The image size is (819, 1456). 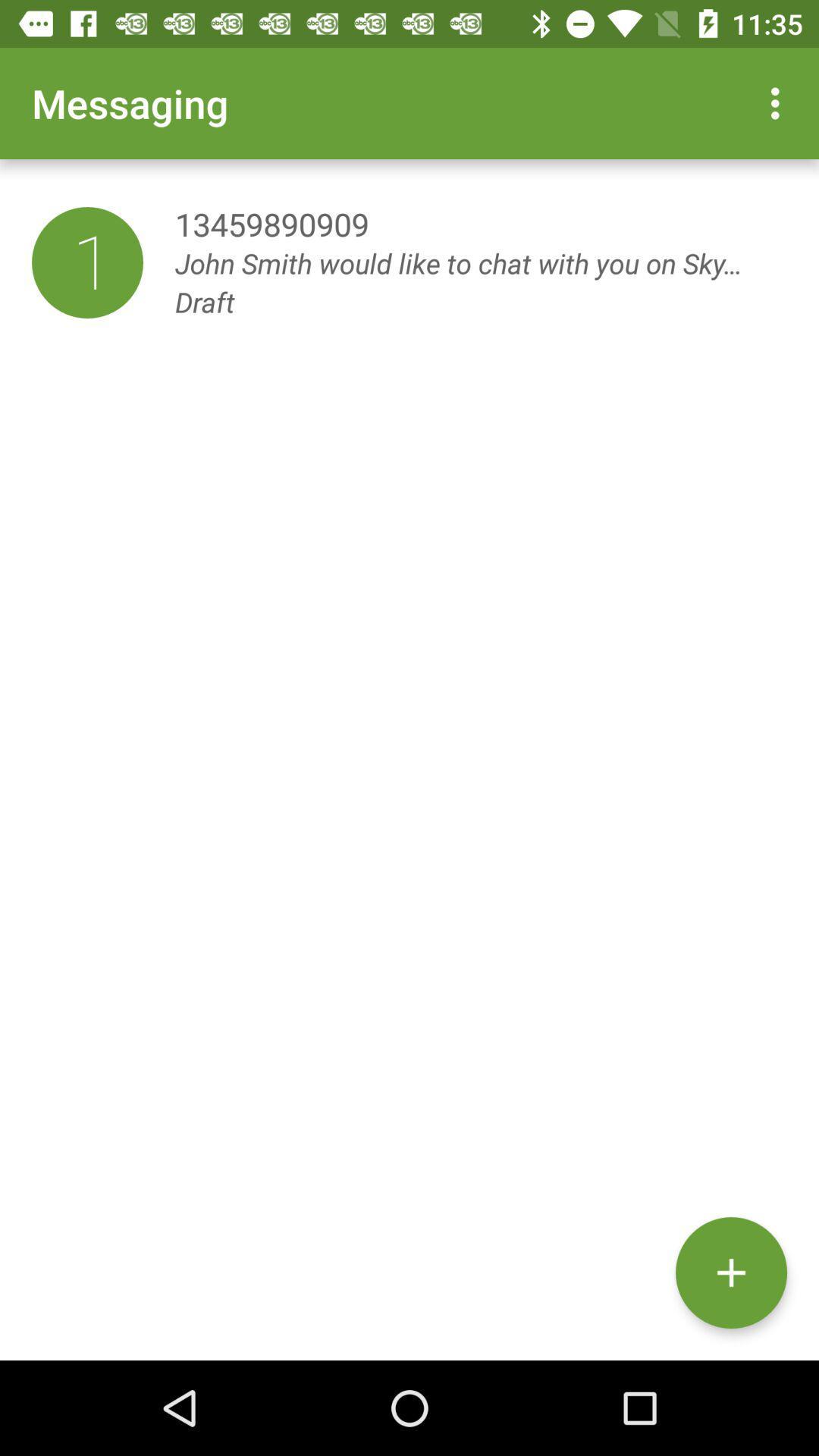 What do you see at coordinates (730, 1272) in the screenshot?
I see `the icon at the bottom right corner` at bounding box center [730, 1272].